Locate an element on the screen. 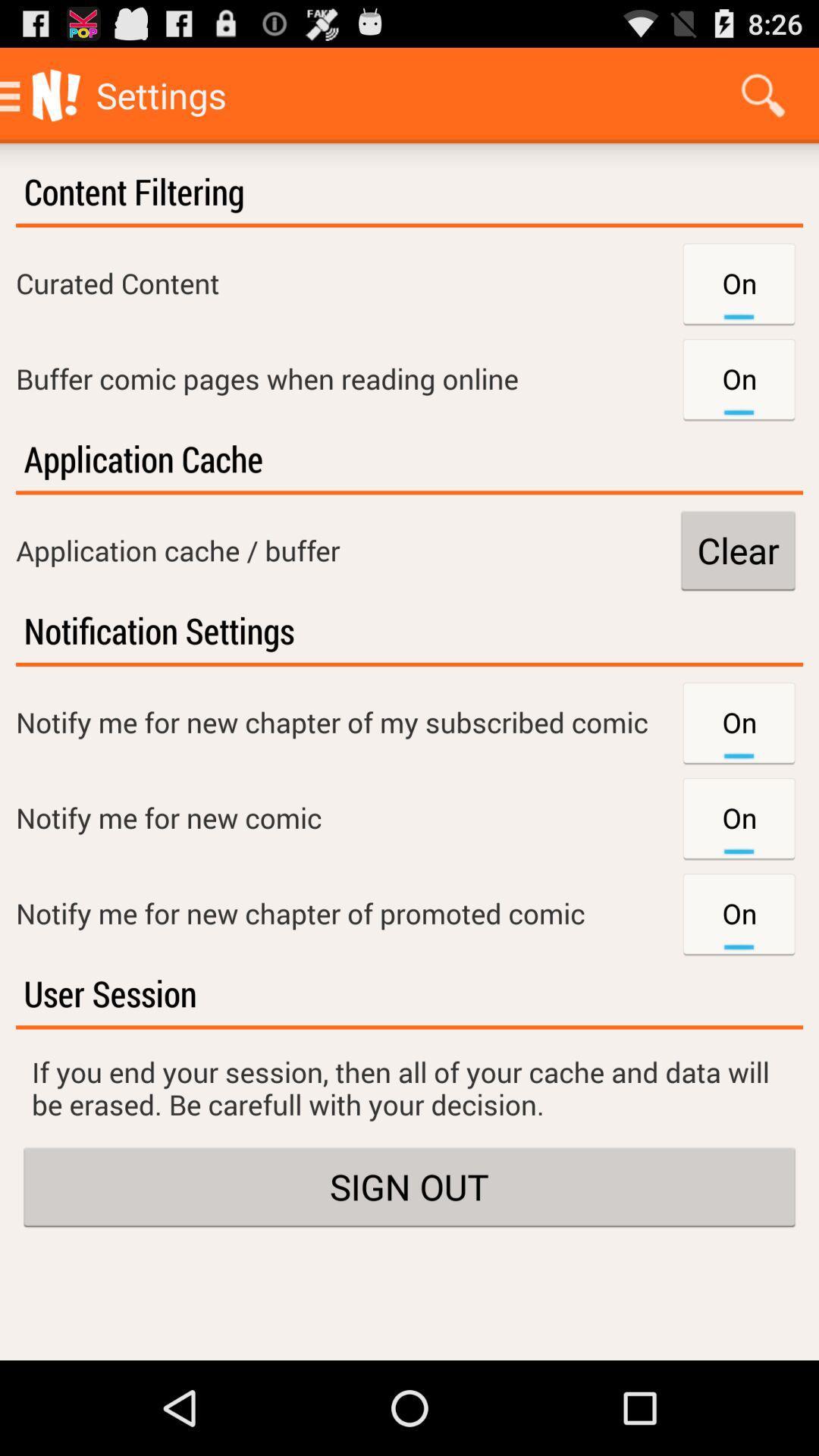  item next to the settings icon is located at coordinates (763, 94).